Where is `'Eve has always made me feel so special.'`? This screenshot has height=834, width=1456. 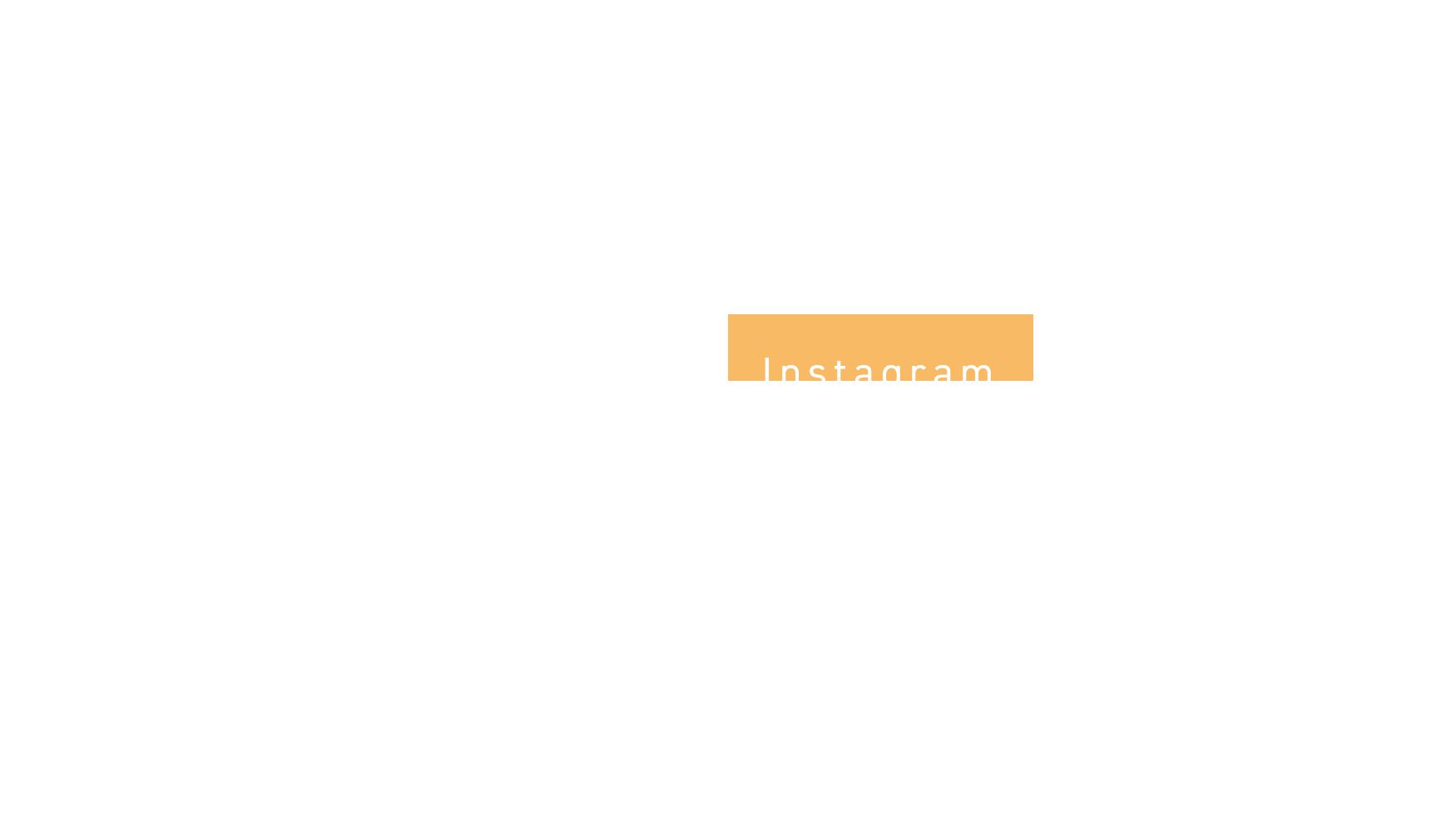 'Eve has always made me feel so special.' is located at coordinates (587, 42).